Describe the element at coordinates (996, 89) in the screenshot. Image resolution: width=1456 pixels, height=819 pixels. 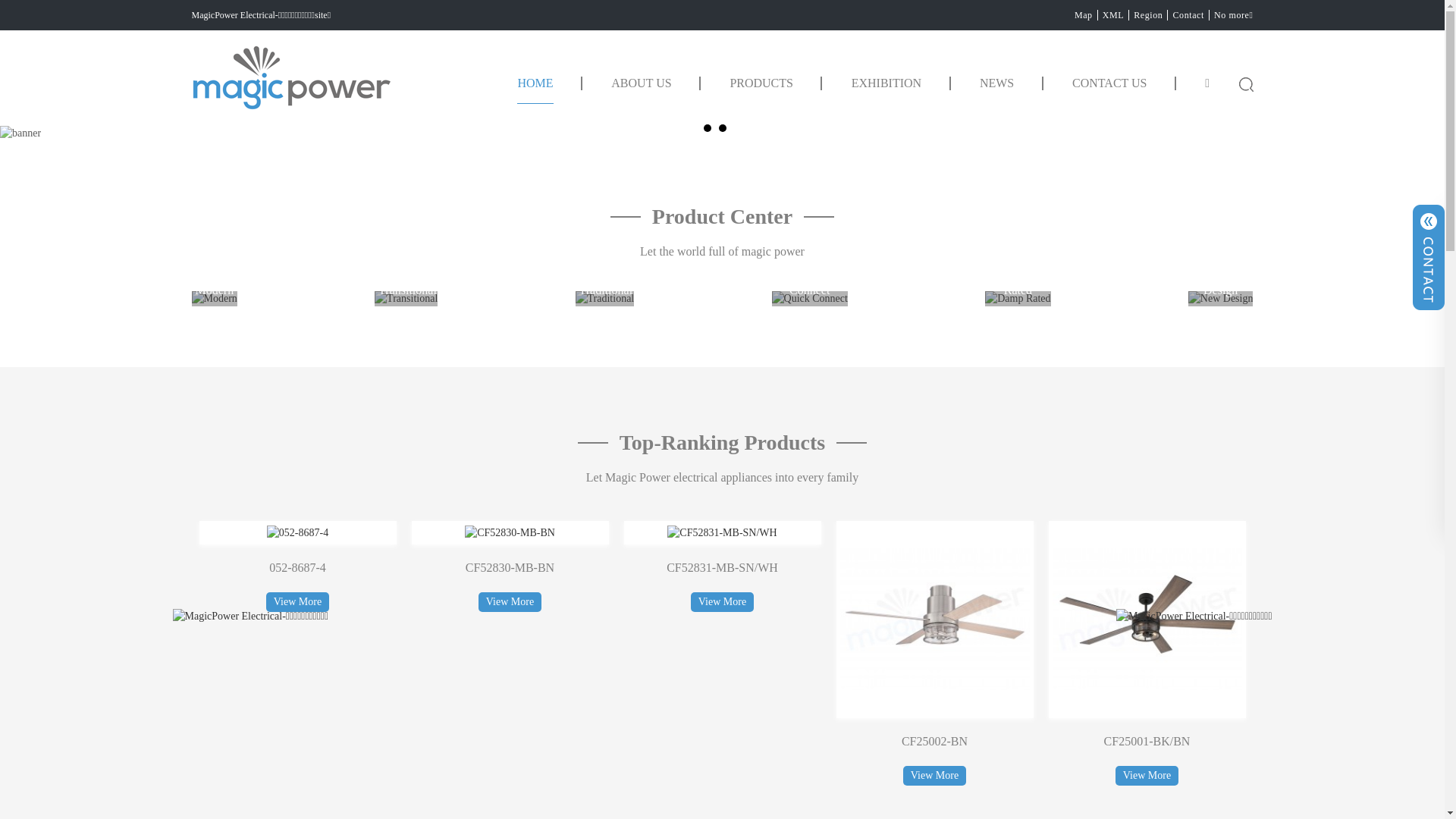
I see `'NEWS'` at that location.